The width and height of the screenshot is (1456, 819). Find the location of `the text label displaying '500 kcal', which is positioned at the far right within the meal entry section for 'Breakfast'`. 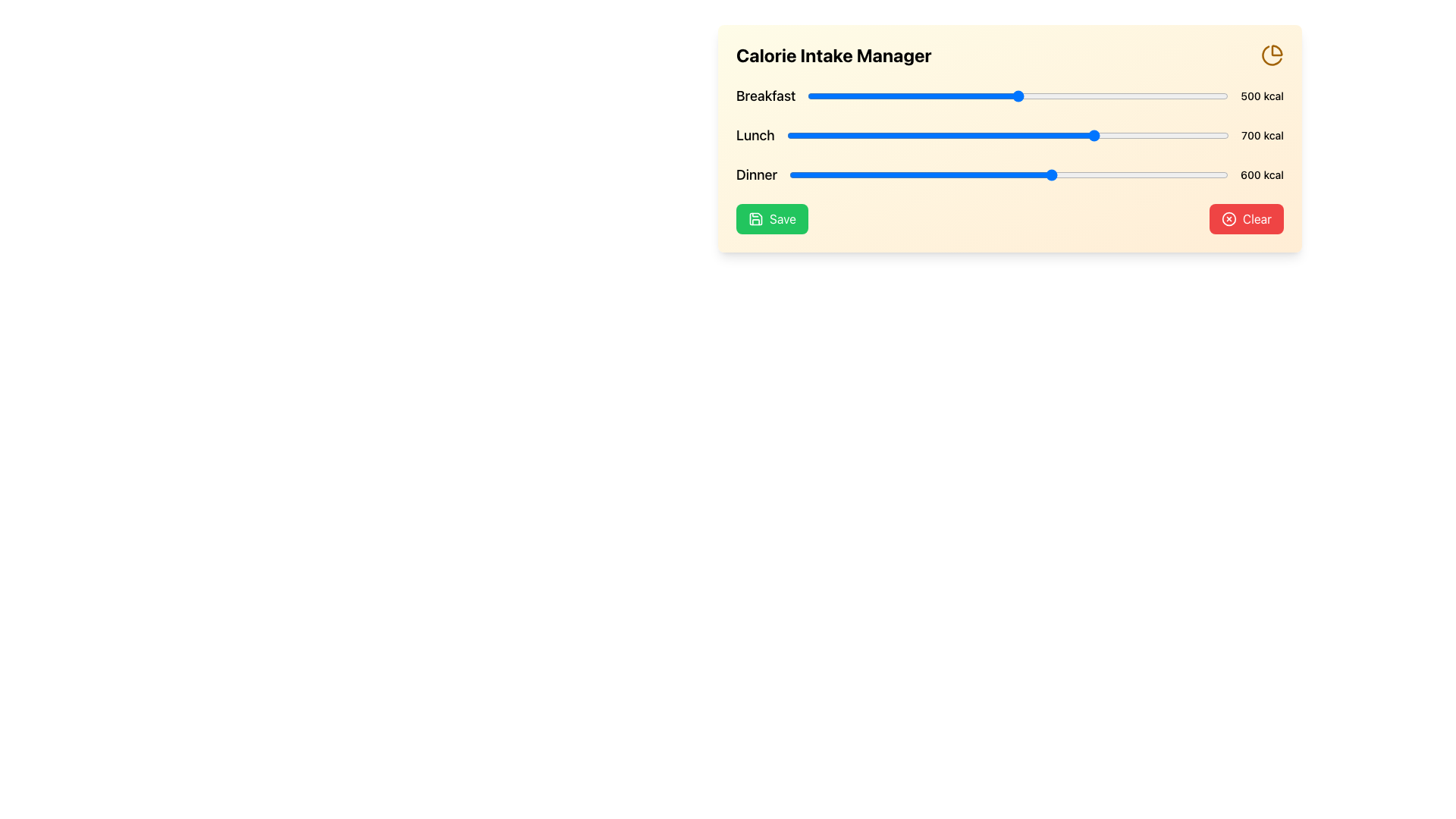

the text label displaying '500 kcal', which is positioned at the far right within the meal entry section for 'Breakfast' is located at coordinates (1262, 96).